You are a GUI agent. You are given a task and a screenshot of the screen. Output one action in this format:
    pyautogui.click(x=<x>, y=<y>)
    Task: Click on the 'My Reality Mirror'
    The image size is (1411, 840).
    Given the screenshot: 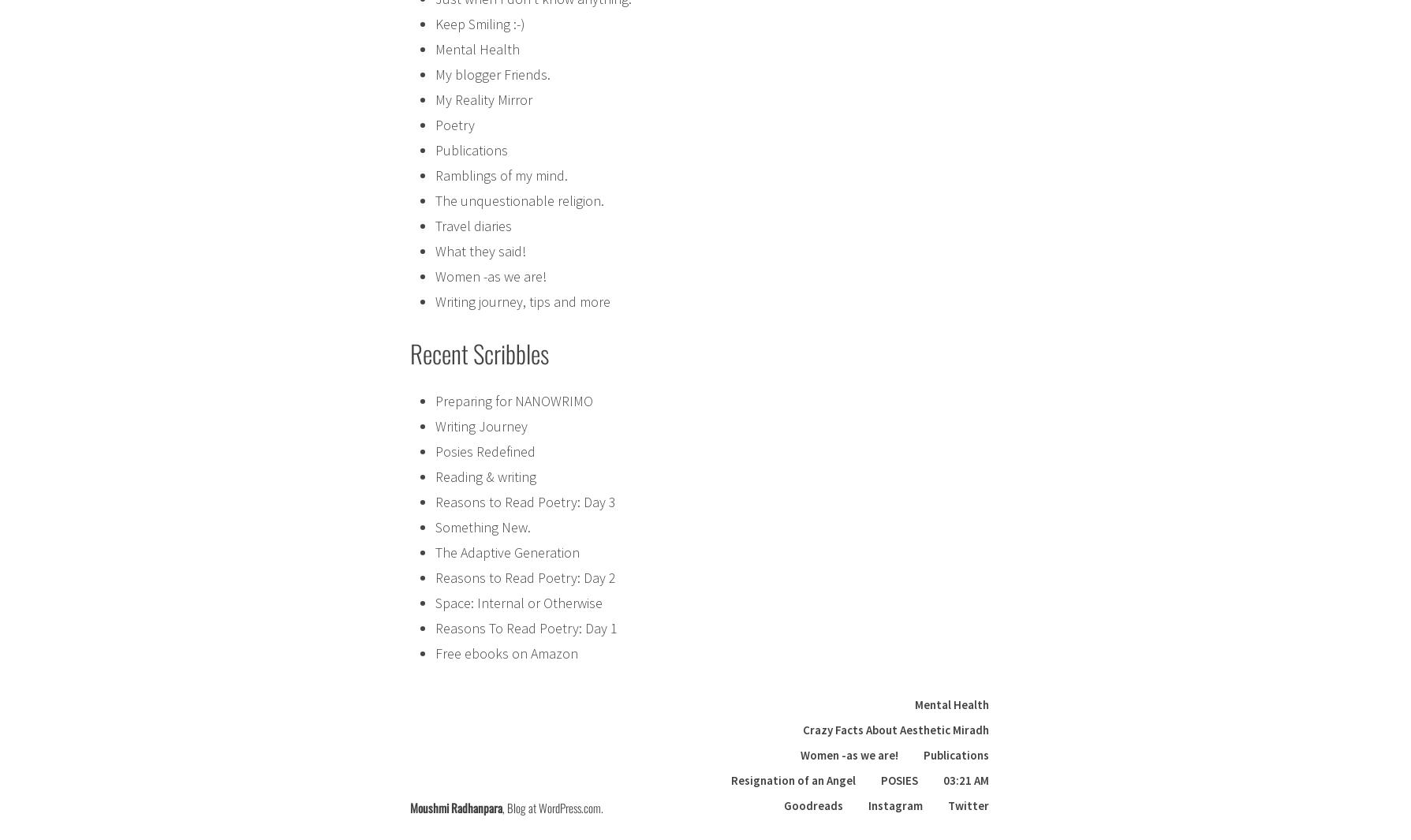 What is the action you would take?
    pyautogui.click(x=483, y=99)
    